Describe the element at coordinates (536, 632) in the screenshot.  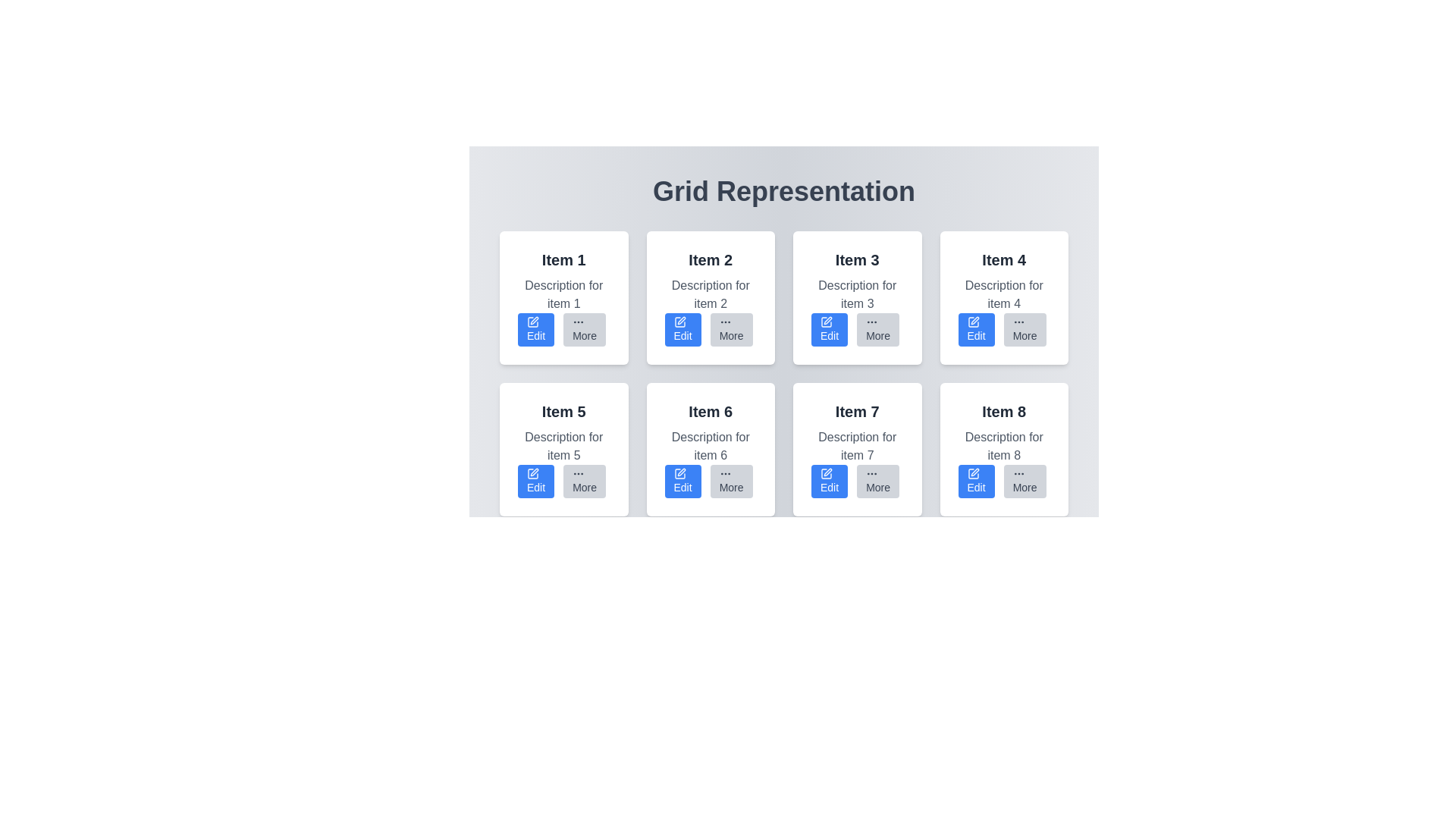
I see `the 'Edit' button located to the left of the 'More' button in the horizontal layout below the 'Item 5' description` at that location.